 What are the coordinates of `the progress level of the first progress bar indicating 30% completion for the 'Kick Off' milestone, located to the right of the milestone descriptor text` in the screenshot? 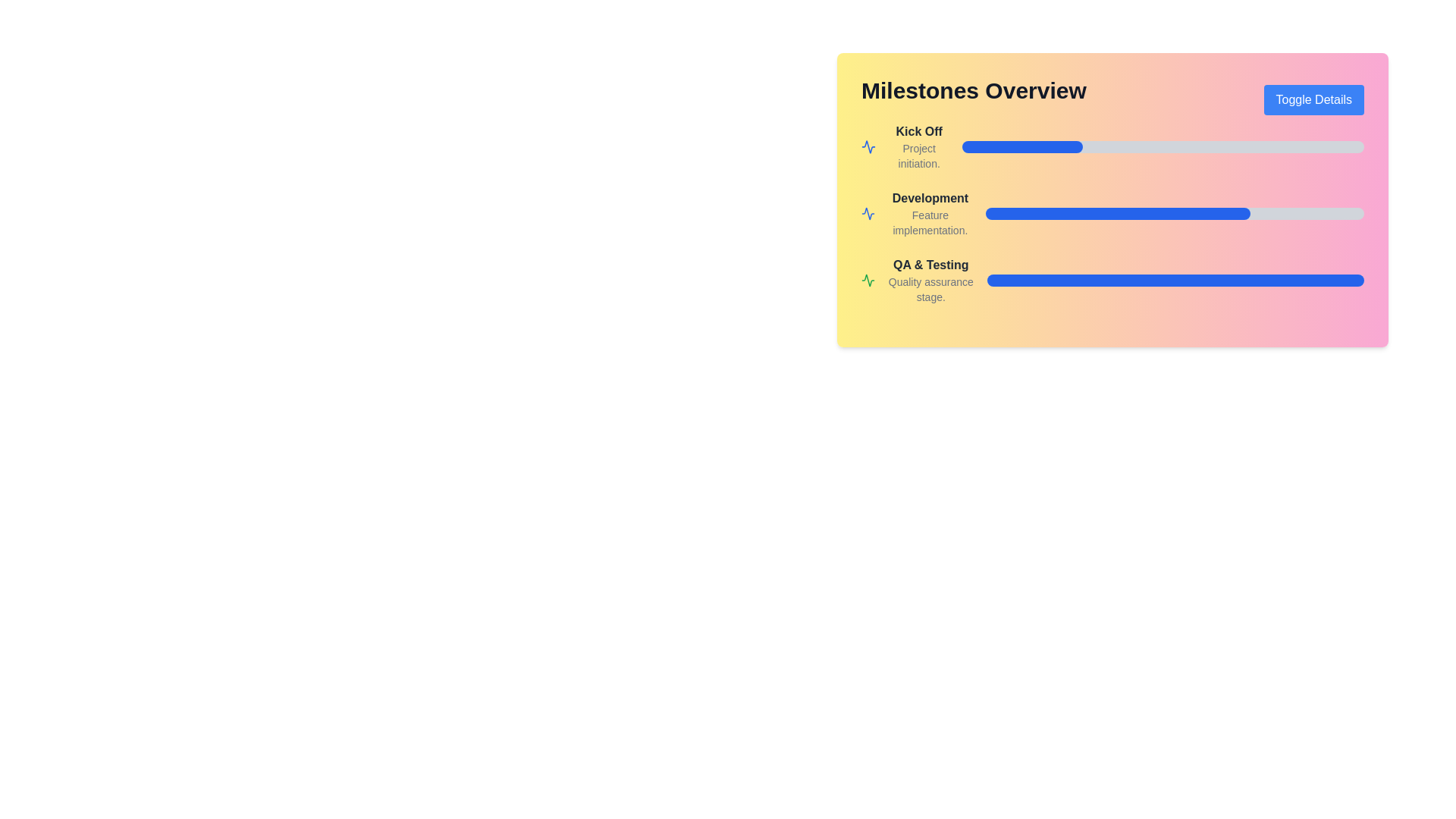 It's located at (1163, 146).